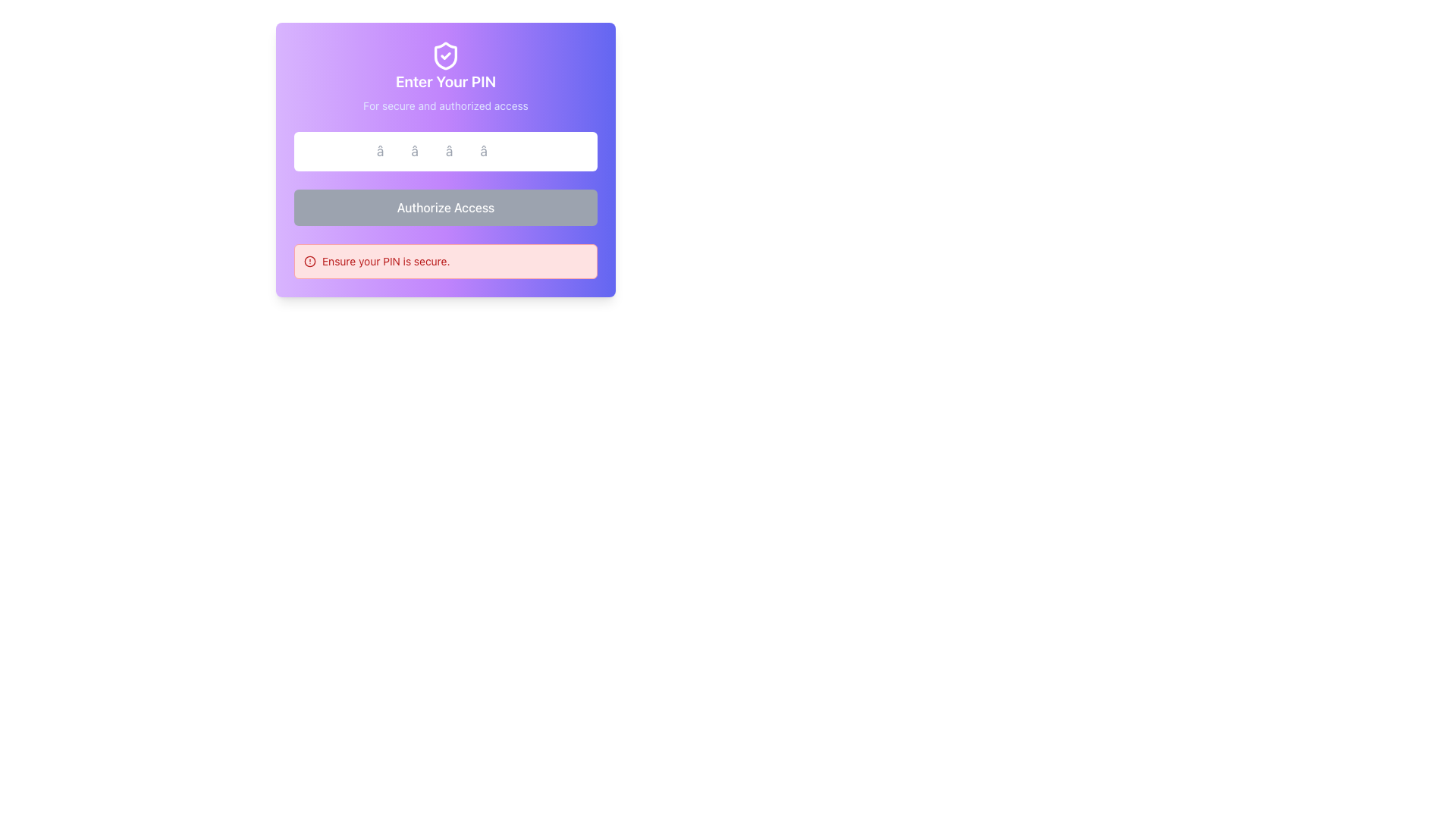 The width and height of the screenshot is (1456, 819). Describe the element at coordinates (445, 105) in the screenshot. I see `the text label that displays the message 'For secure and authorized access', which is positioned below the title 'Enter Your PIN' and is styled with a smaller font size and indigo hue` at that location.